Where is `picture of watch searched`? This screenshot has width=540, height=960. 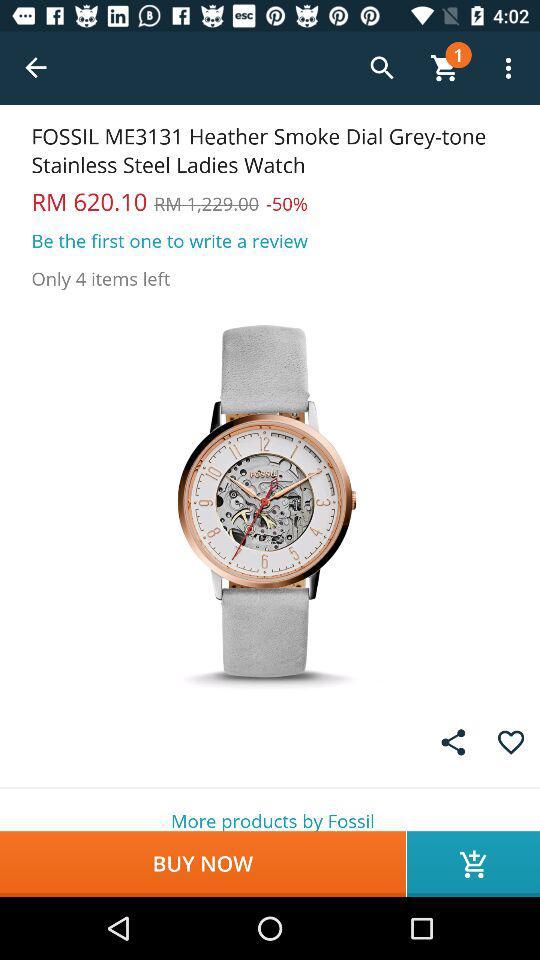
picture of watch searched is located at coordinates (270, 500).